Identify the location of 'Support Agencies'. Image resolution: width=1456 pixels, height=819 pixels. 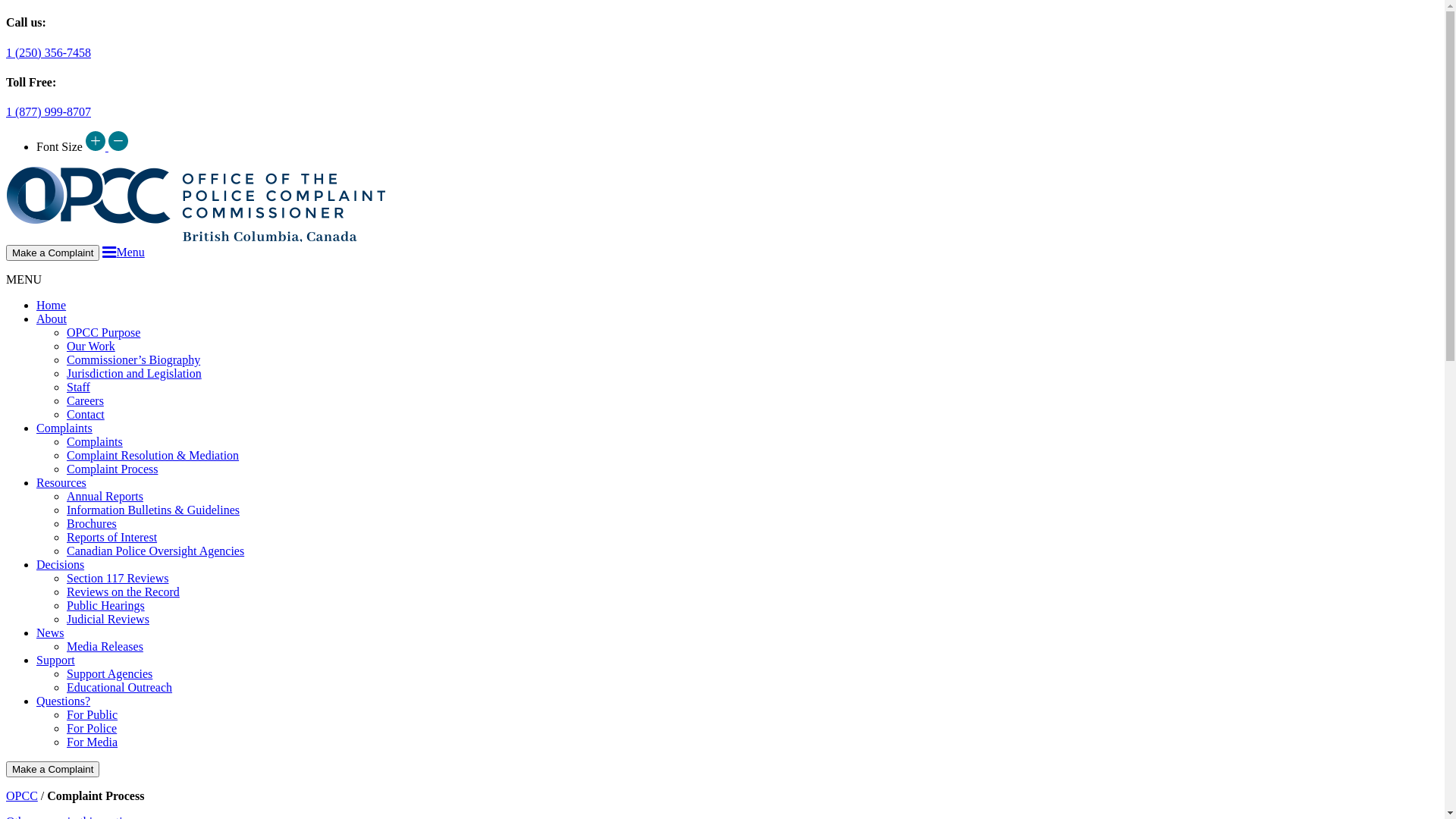
(108, 673).